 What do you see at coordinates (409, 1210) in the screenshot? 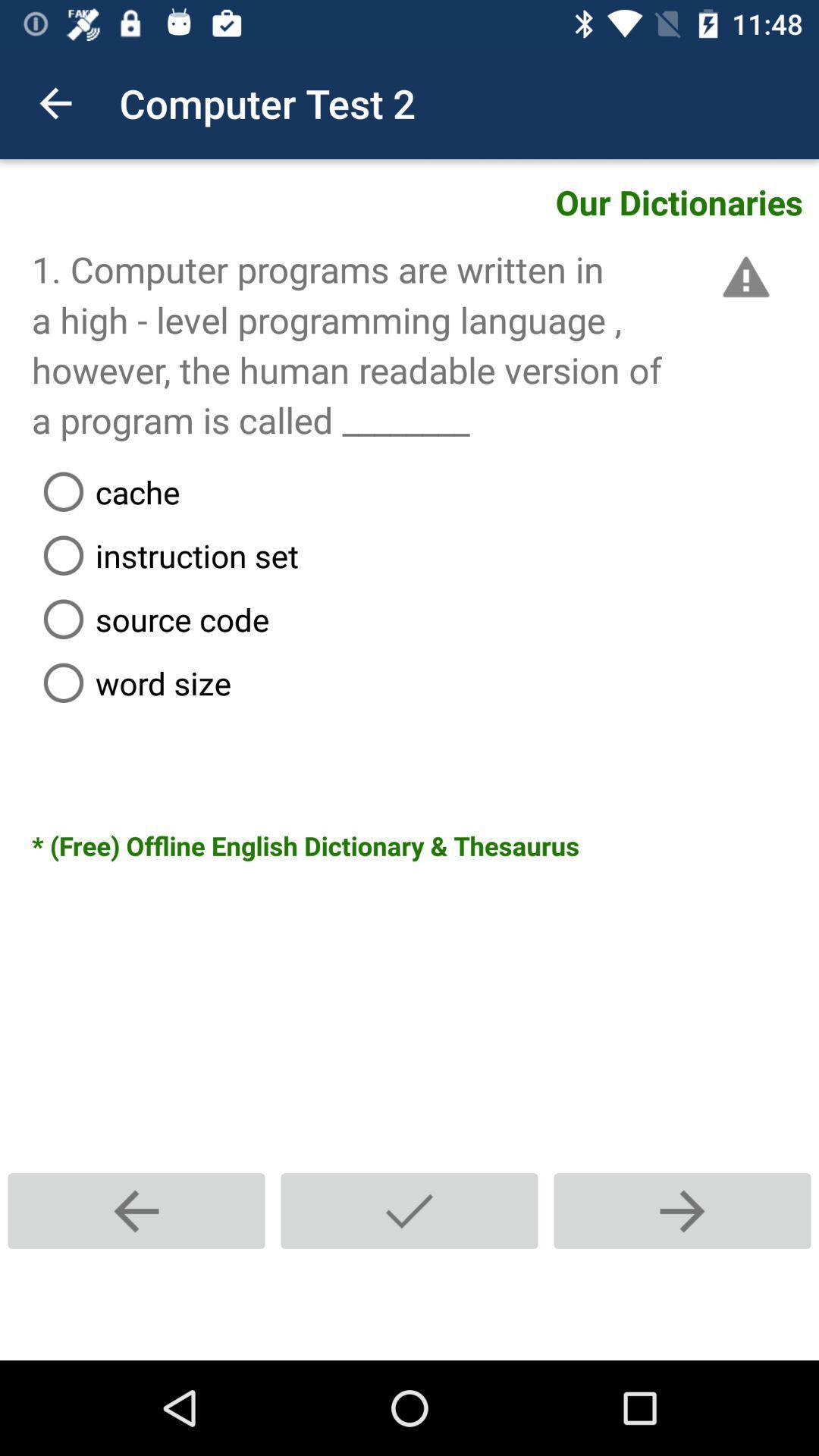
I see `the navigation icon` at bounding box center [409, 1210].